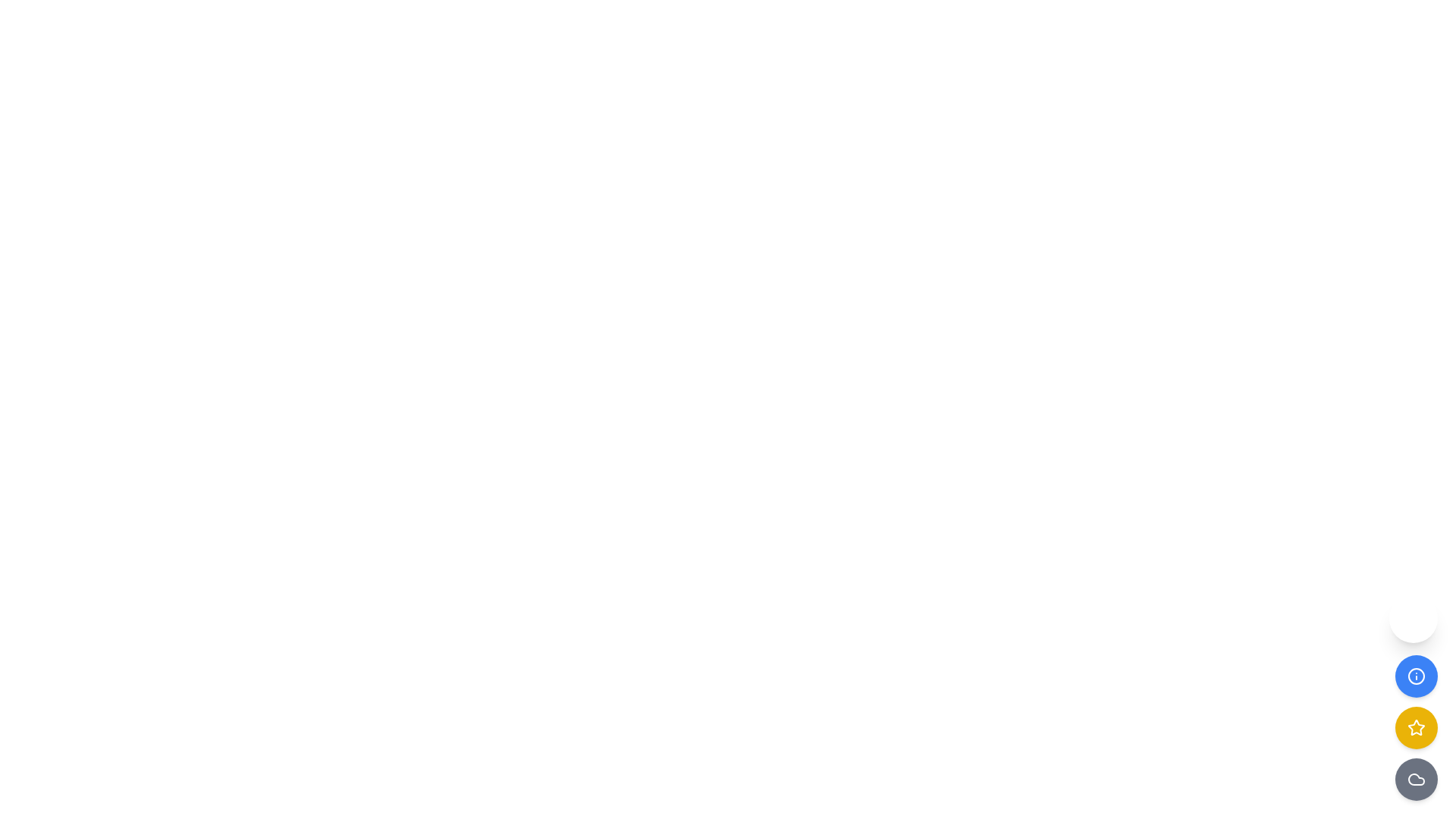 The height and width of the screenshot is (819, 1456). What do you see at coordinates (1415, 675) in the screenshot?
I see `the topmost Icon button in the vertical stack on the right side of the interface` at bounding box center [1415, 675].